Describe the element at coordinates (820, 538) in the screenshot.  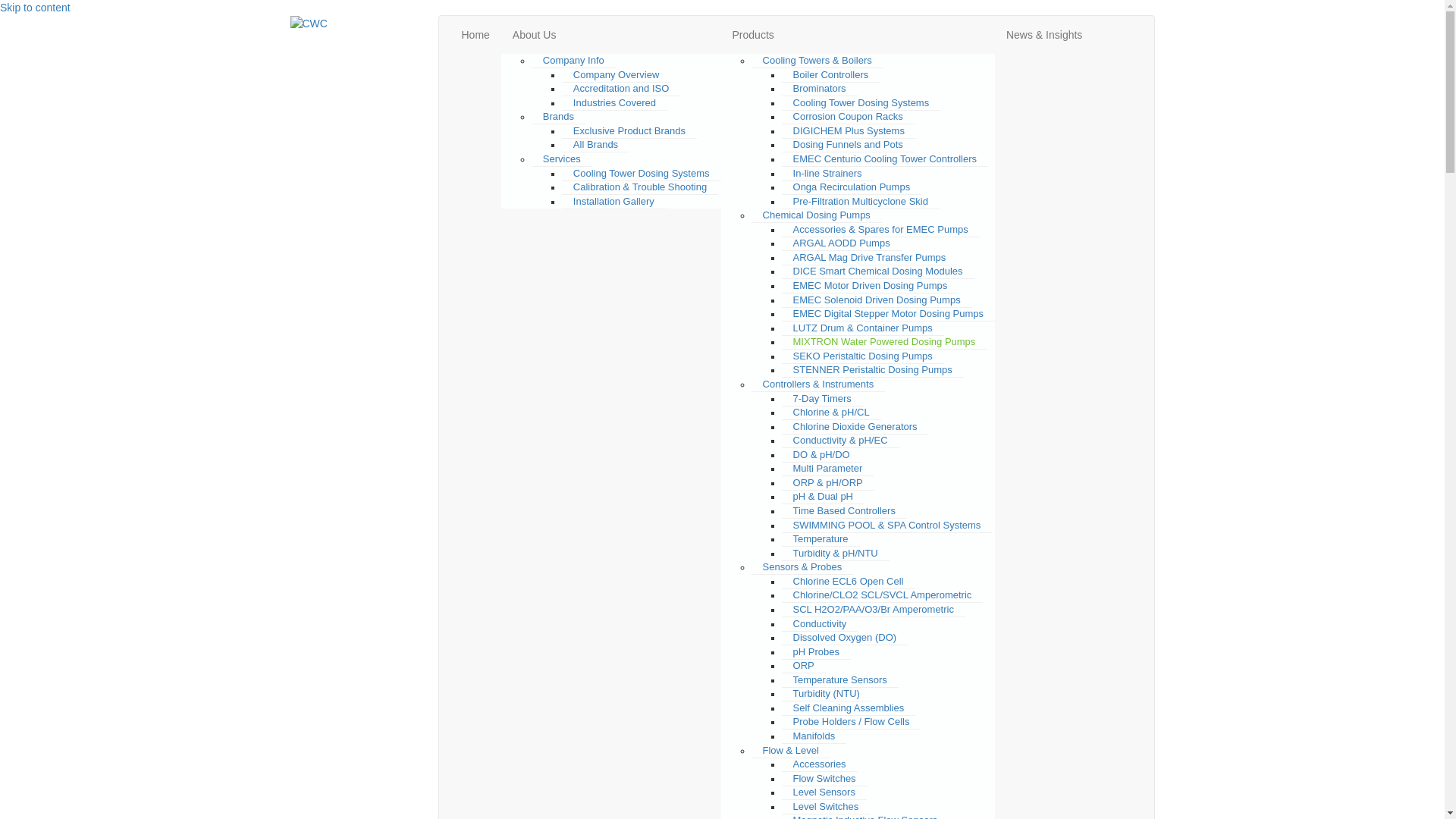
I see `'Temperature'` at that location.